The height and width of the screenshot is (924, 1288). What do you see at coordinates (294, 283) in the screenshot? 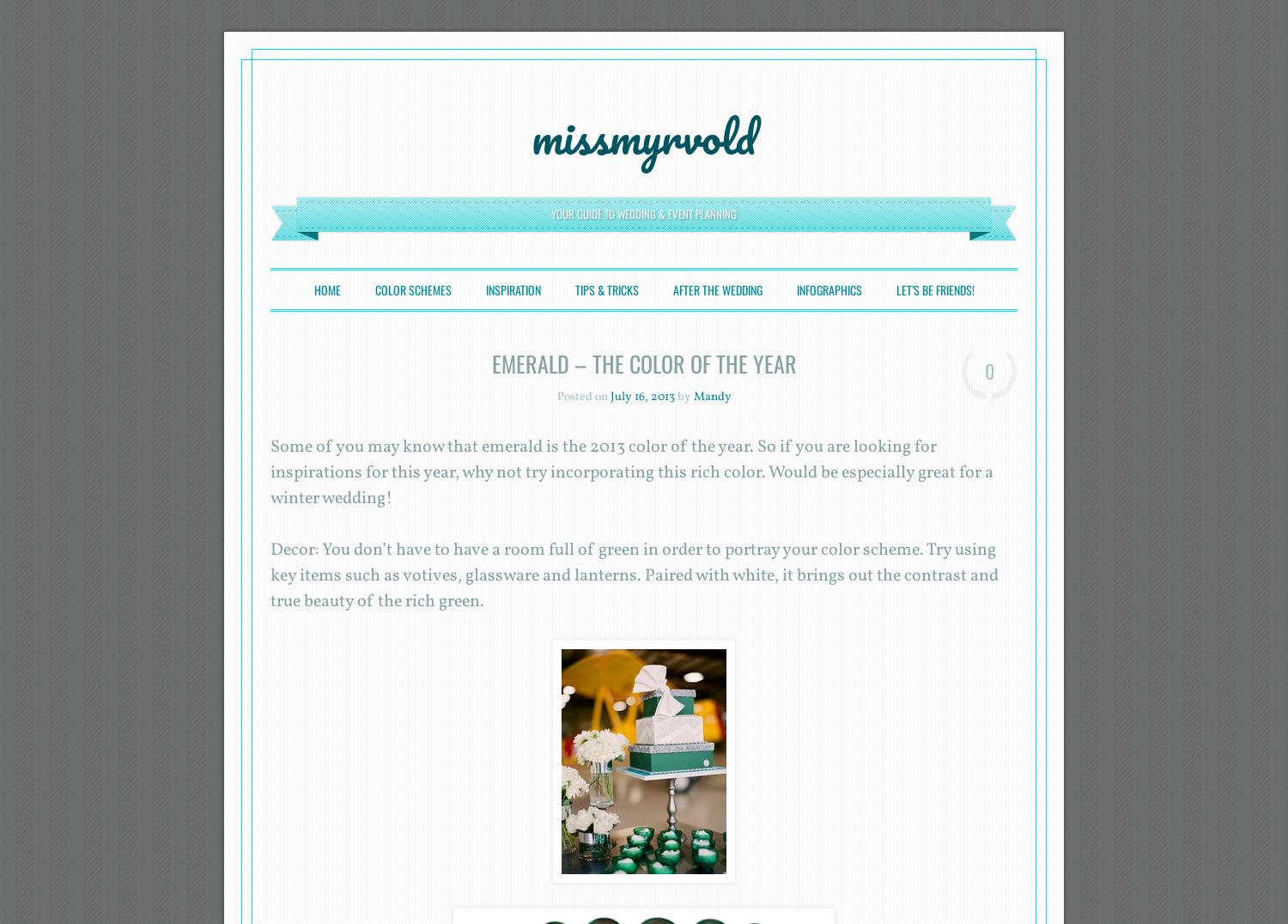
I see `'Menu'` at bounding box center [294, 283].